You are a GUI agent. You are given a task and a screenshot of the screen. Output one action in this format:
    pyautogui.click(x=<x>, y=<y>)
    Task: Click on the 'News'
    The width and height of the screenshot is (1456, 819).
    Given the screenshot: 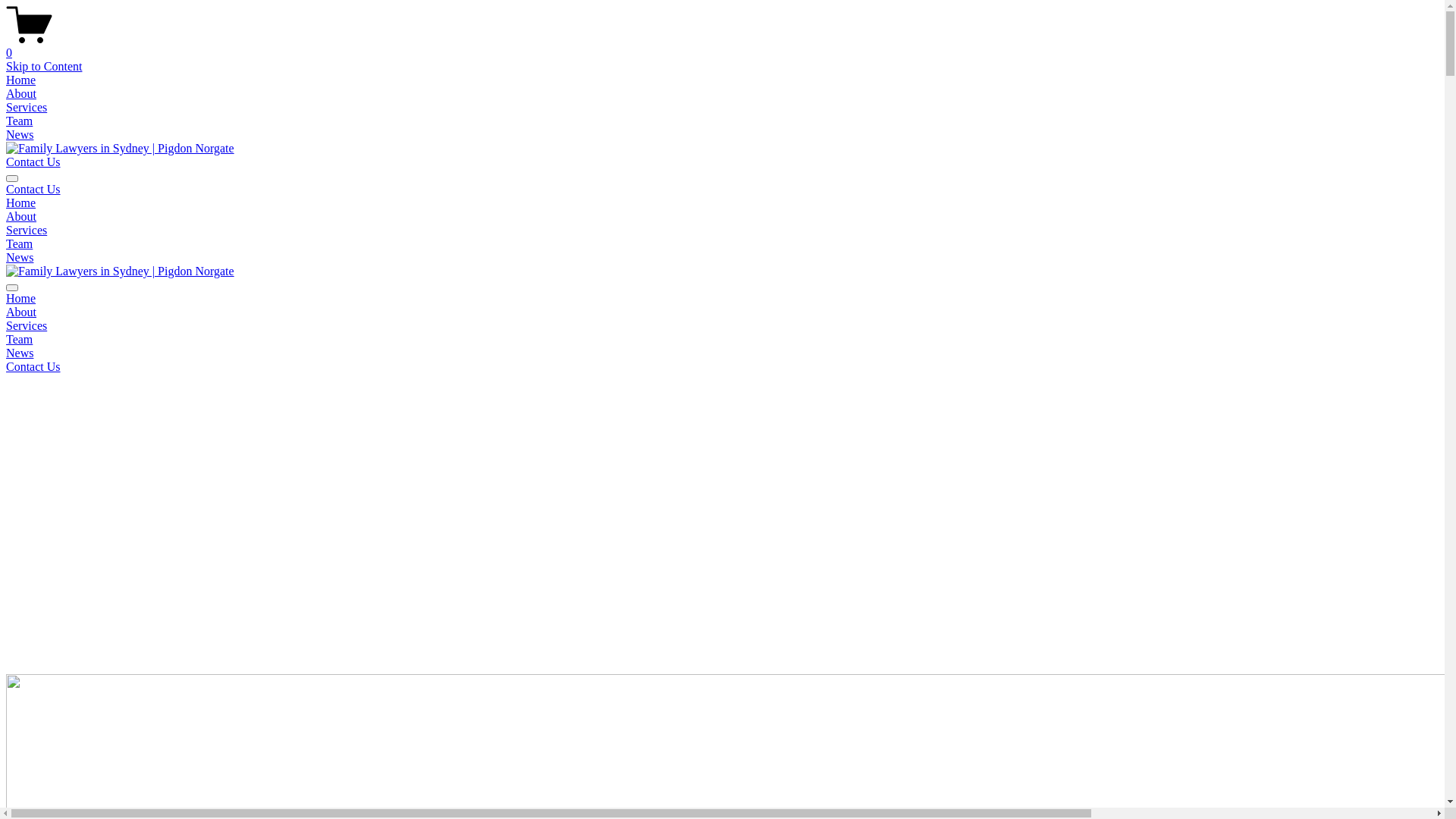 What is the action you would take?
    pyautogui.click(x=19, y=353)
    